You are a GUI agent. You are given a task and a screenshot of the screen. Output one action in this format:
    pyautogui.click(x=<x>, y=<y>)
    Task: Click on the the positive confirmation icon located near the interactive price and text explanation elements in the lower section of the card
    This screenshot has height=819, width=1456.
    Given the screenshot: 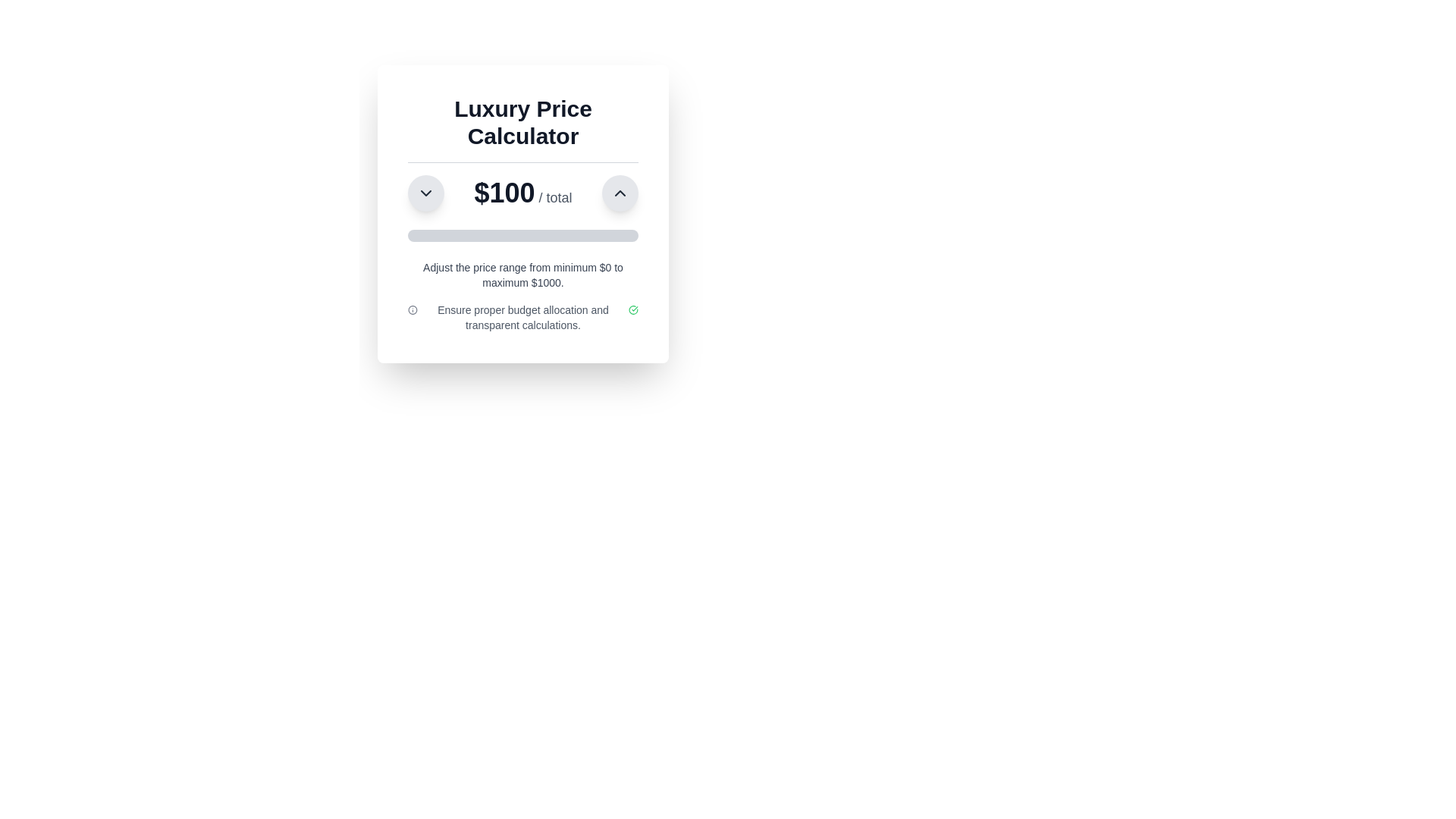 What is the action you would take?
    pyautogui.click(x=633, y=309)
    